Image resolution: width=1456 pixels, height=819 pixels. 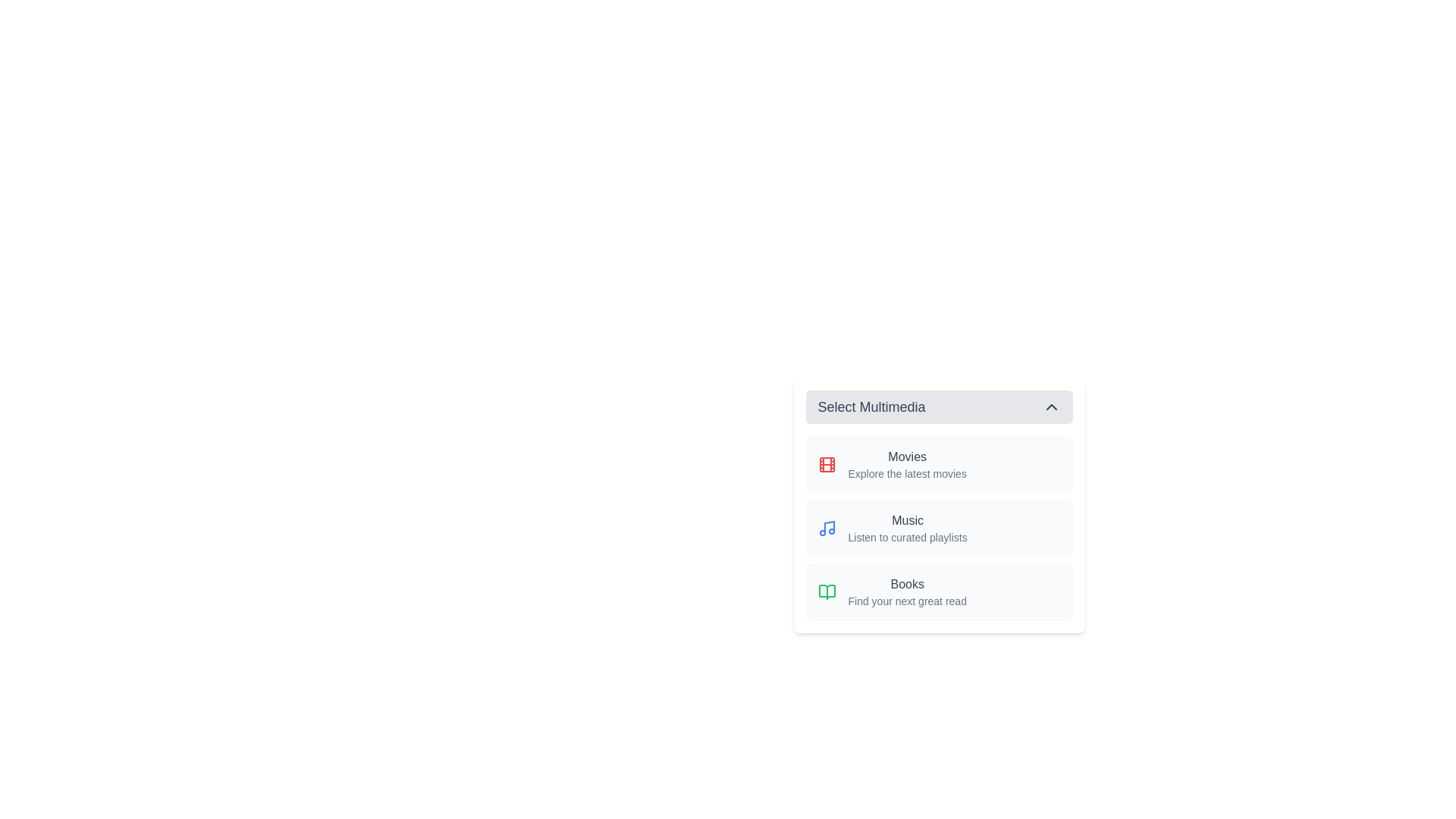 I want to click on the text element that reads 'Listen to curated playlists', which is styled in a small gray font and located directly beneath the 'Music' label in the 'Select Multimedia' panel, so click(x=908, y=537).